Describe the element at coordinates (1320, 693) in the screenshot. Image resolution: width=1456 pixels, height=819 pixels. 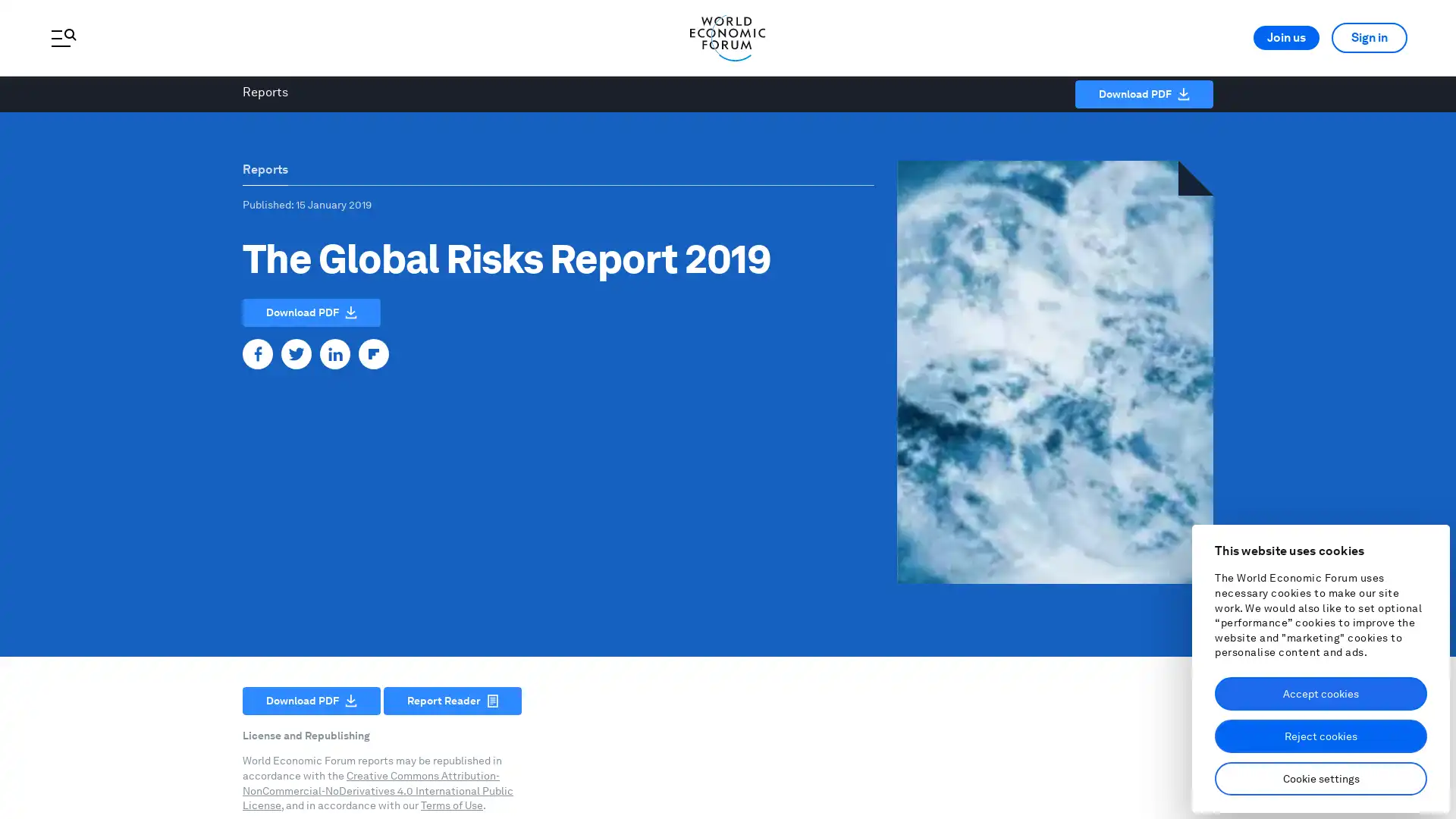
I see `Accept cookies` at that location.